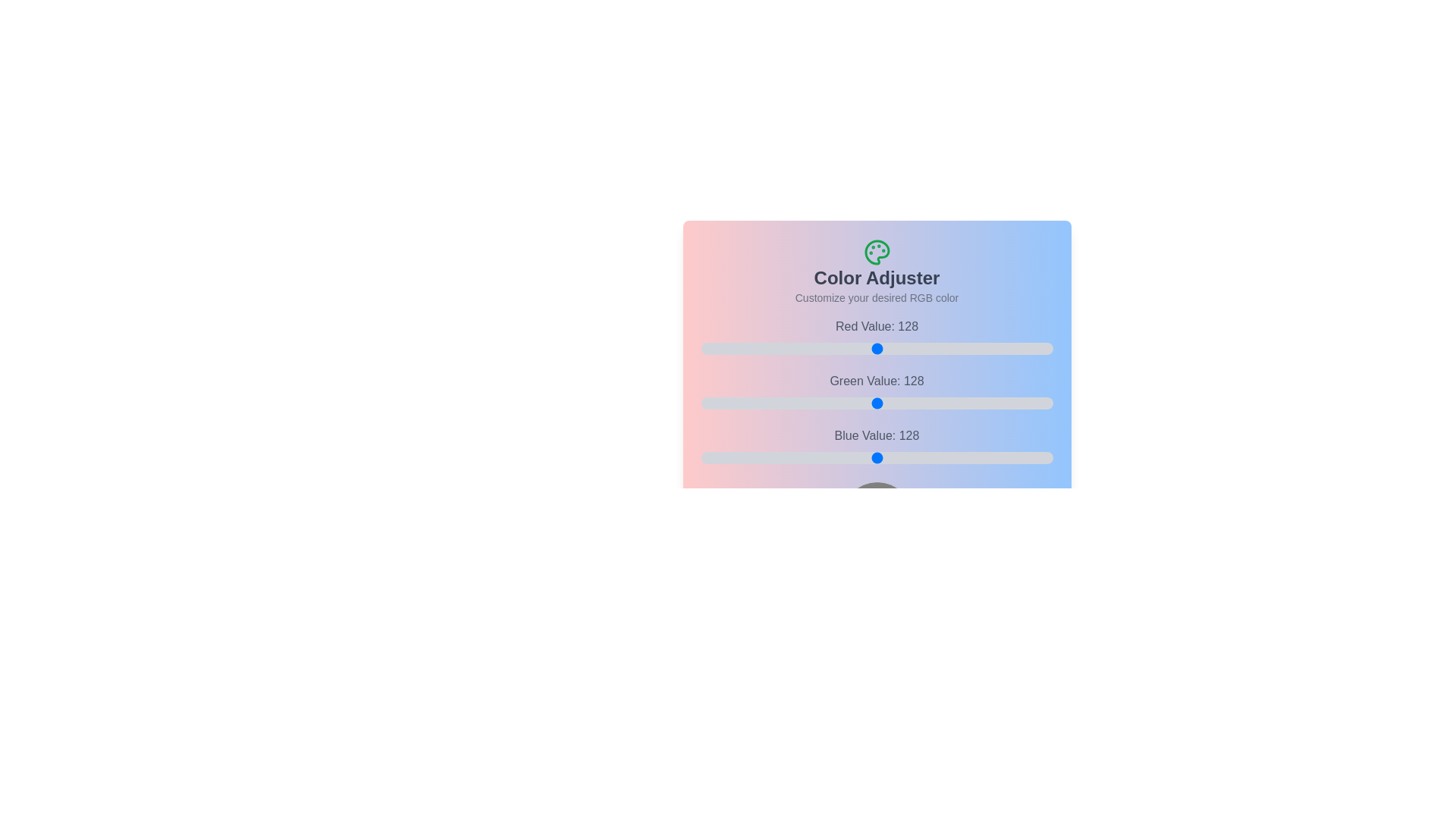 The height and width of the screenshot is (819, 1456). What do you see at coordinates (960, 348) in the screenshot?
I see `the 0 slider to 122` at bounding box center [960, 348].